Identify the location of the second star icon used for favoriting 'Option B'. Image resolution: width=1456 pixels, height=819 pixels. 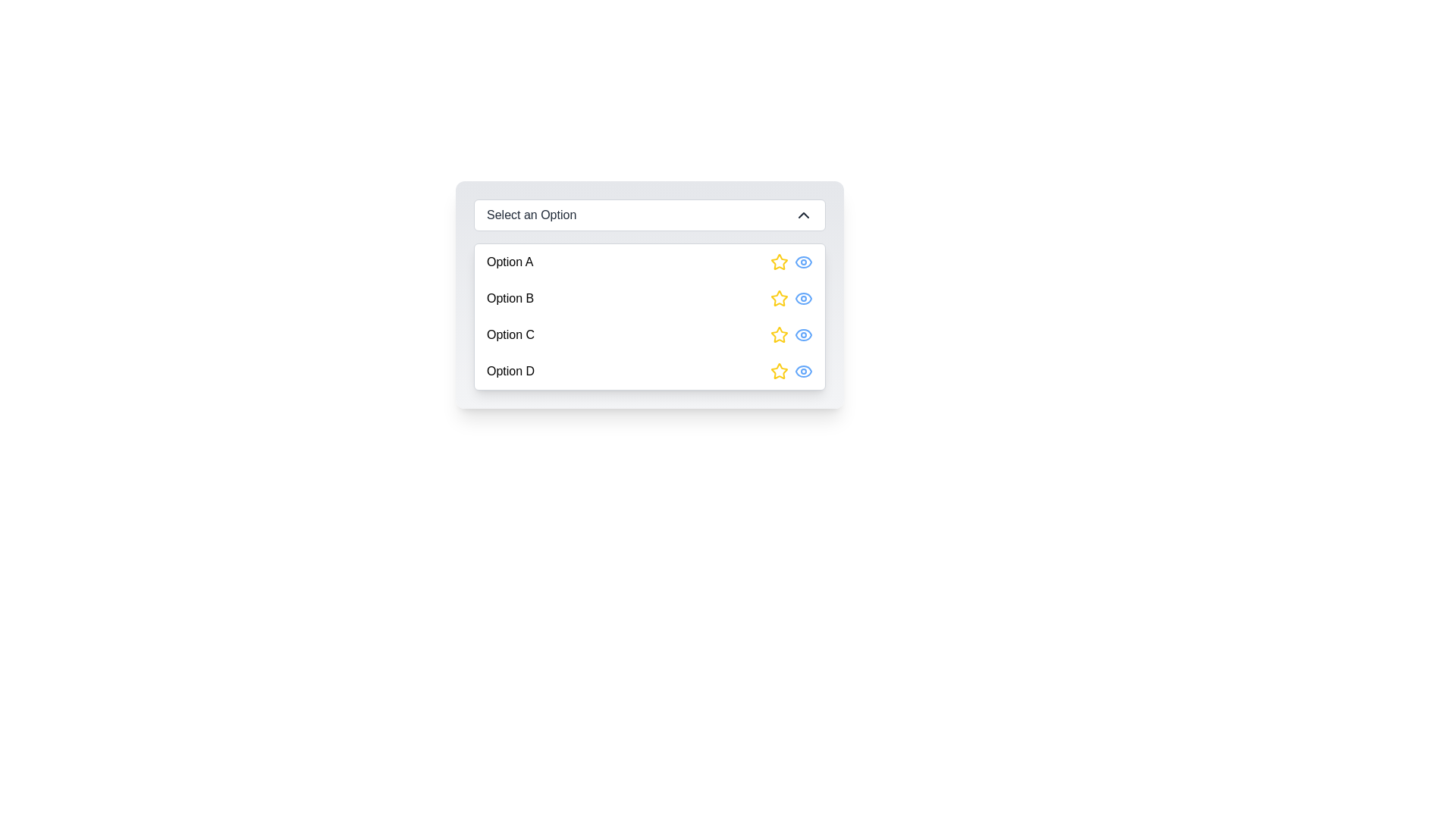
(779, 298).